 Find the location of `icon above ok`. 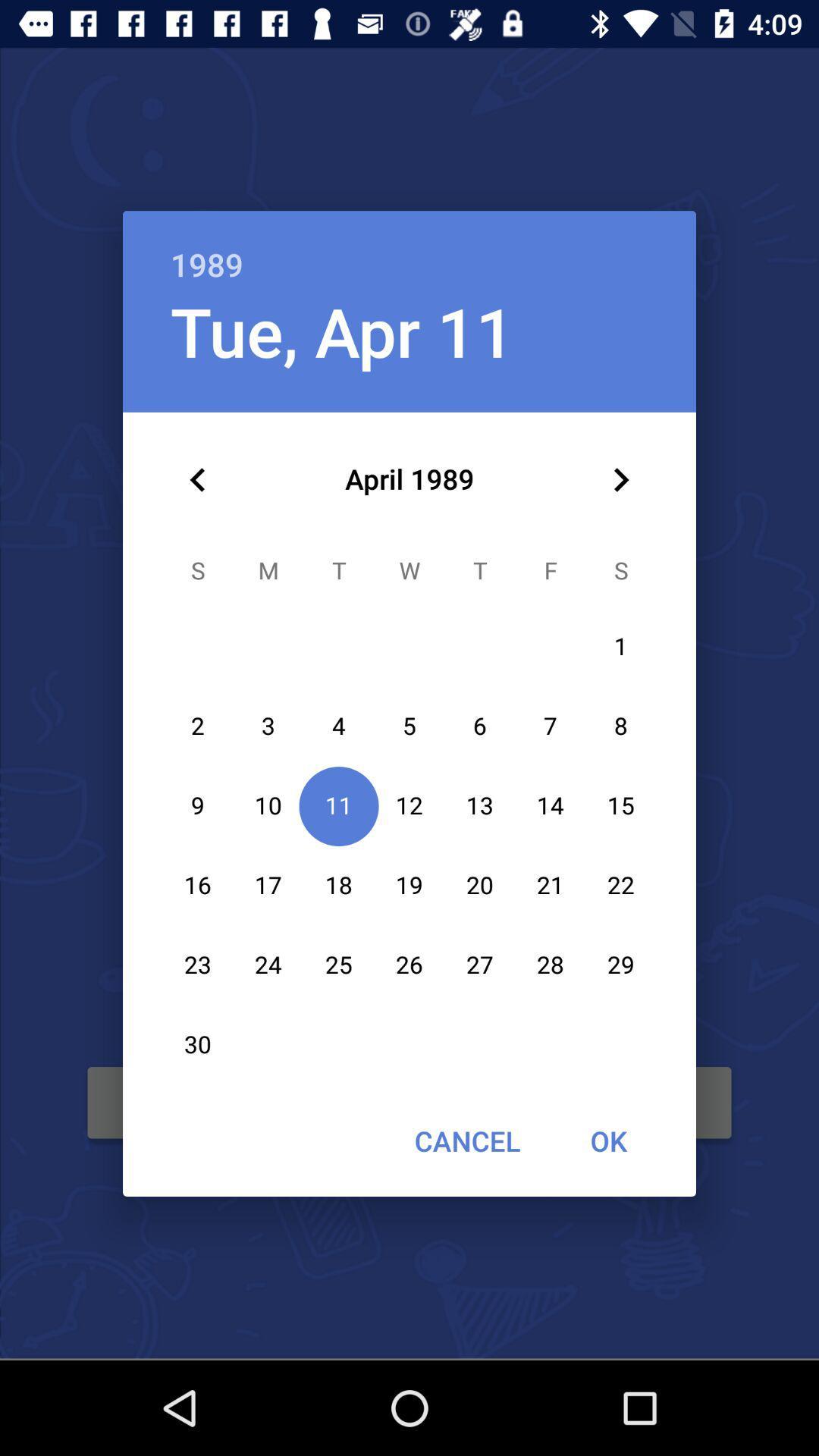

icon above ok is located at coordinates (620, 479).